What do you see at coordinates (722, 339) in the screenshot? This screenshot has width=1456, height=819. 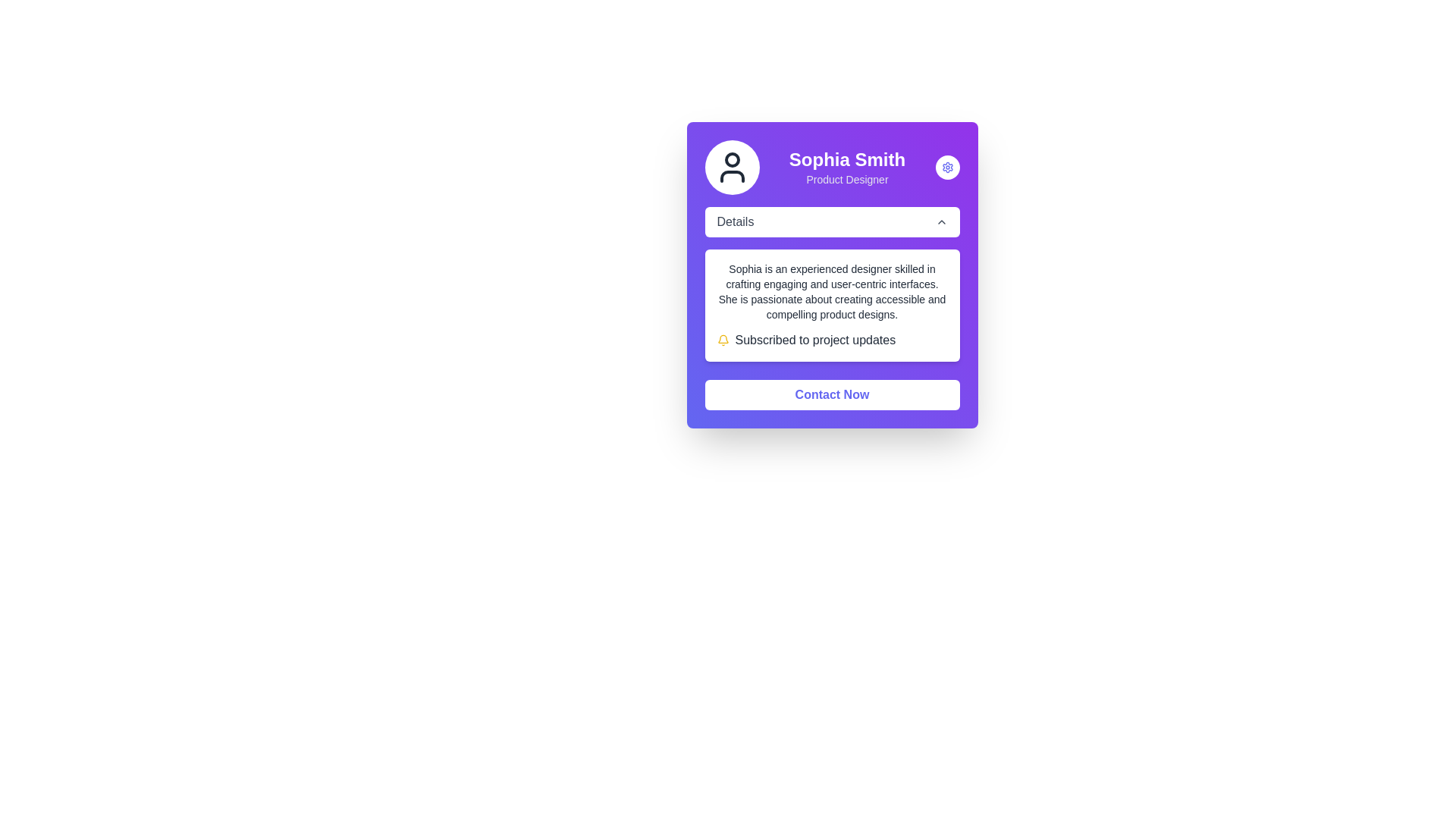 I see `the subscription status icon located on the left side of the 'Subscribed to project updates' text within the user profile card` at bounding box center [722, 339].